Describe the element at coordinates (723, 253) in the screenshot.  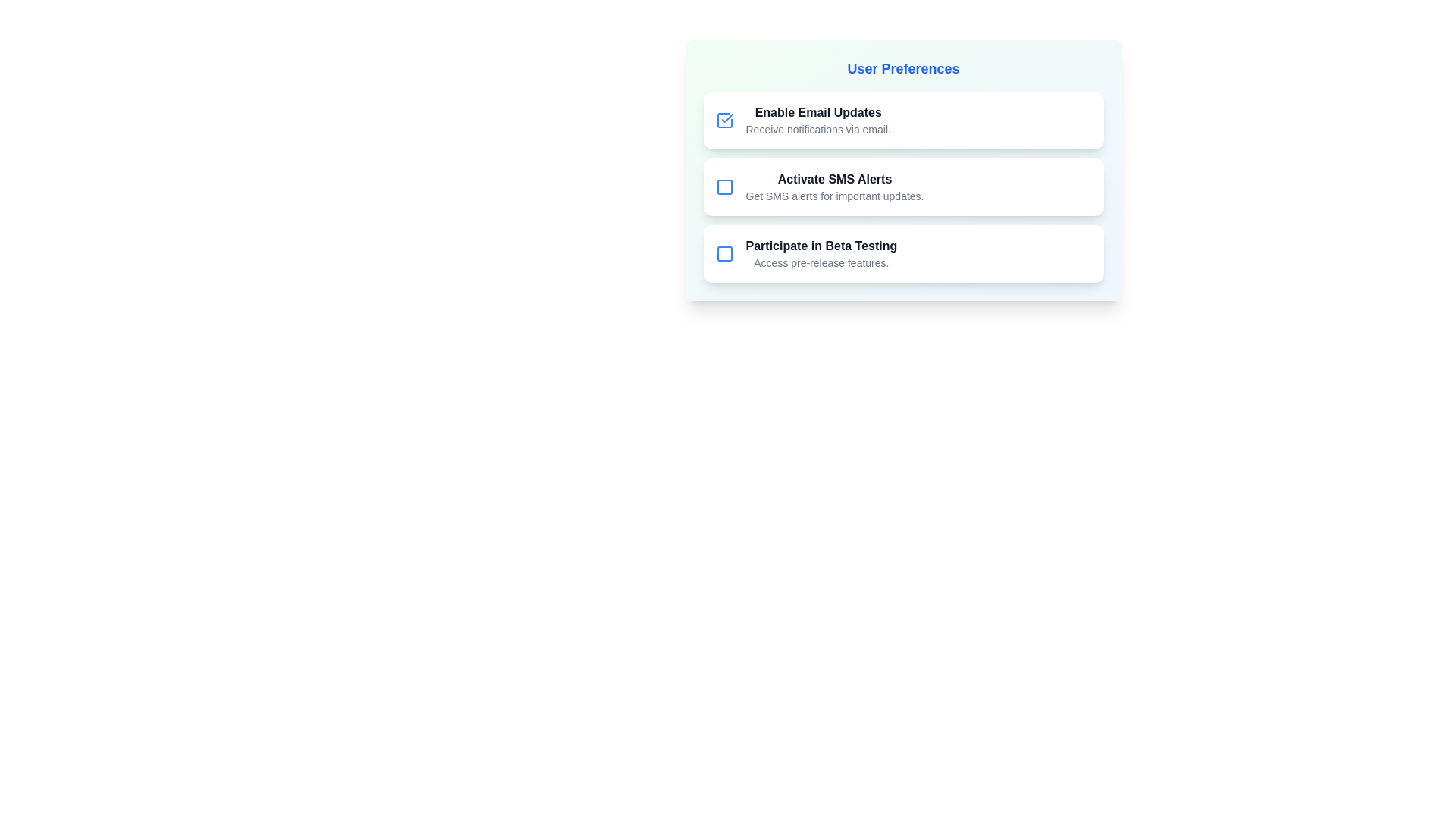
I see `the Icon component within the SVG structure, which serves as an indicator for toggling or confirming an action, located to the left of the text label 'Participate in Beta Testing'` at that location.